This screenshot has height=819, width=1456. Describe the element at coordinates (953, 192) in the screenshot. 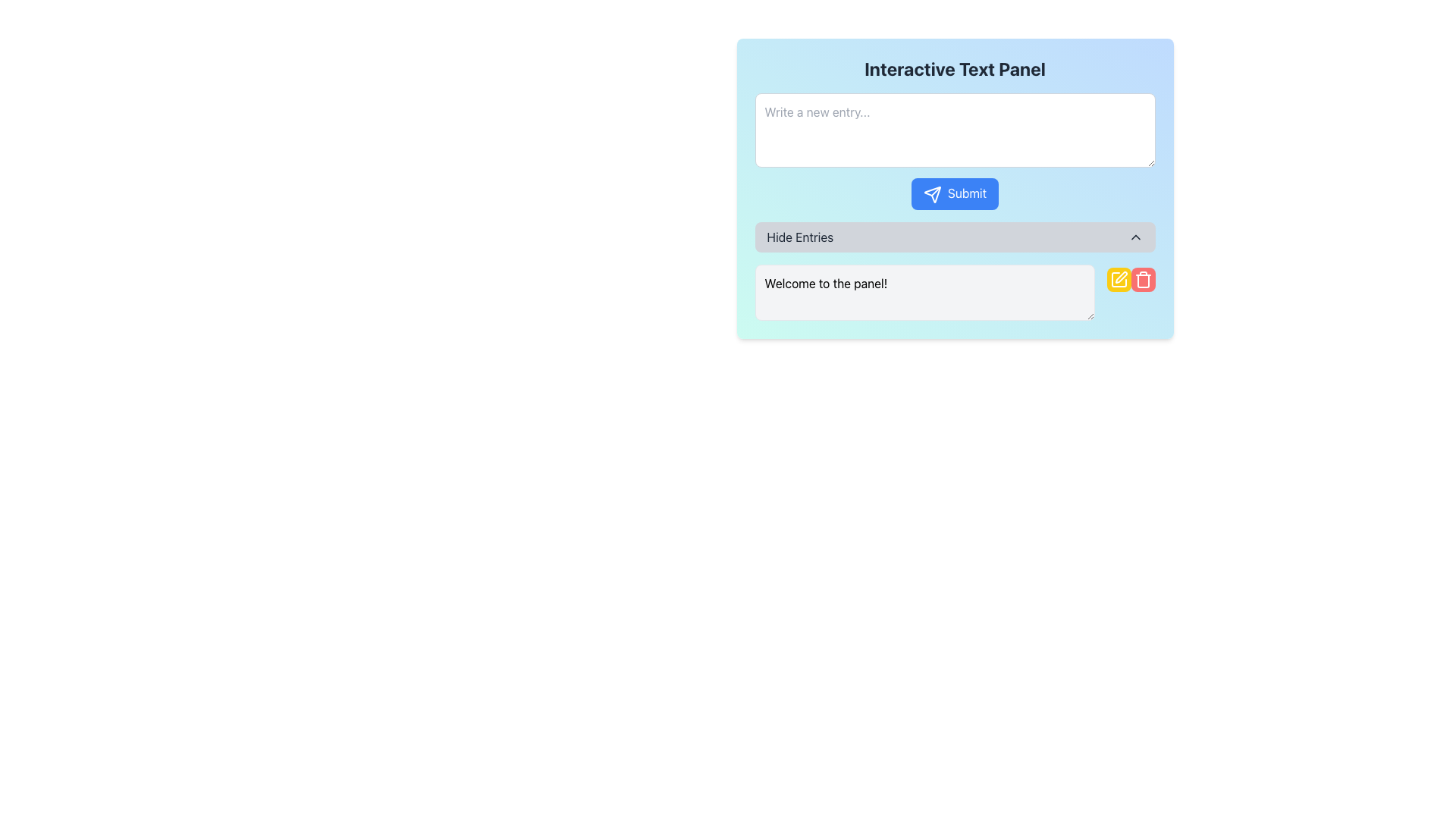

I see `the submit button located below the 'Write a new entry...' text input field` at that location.